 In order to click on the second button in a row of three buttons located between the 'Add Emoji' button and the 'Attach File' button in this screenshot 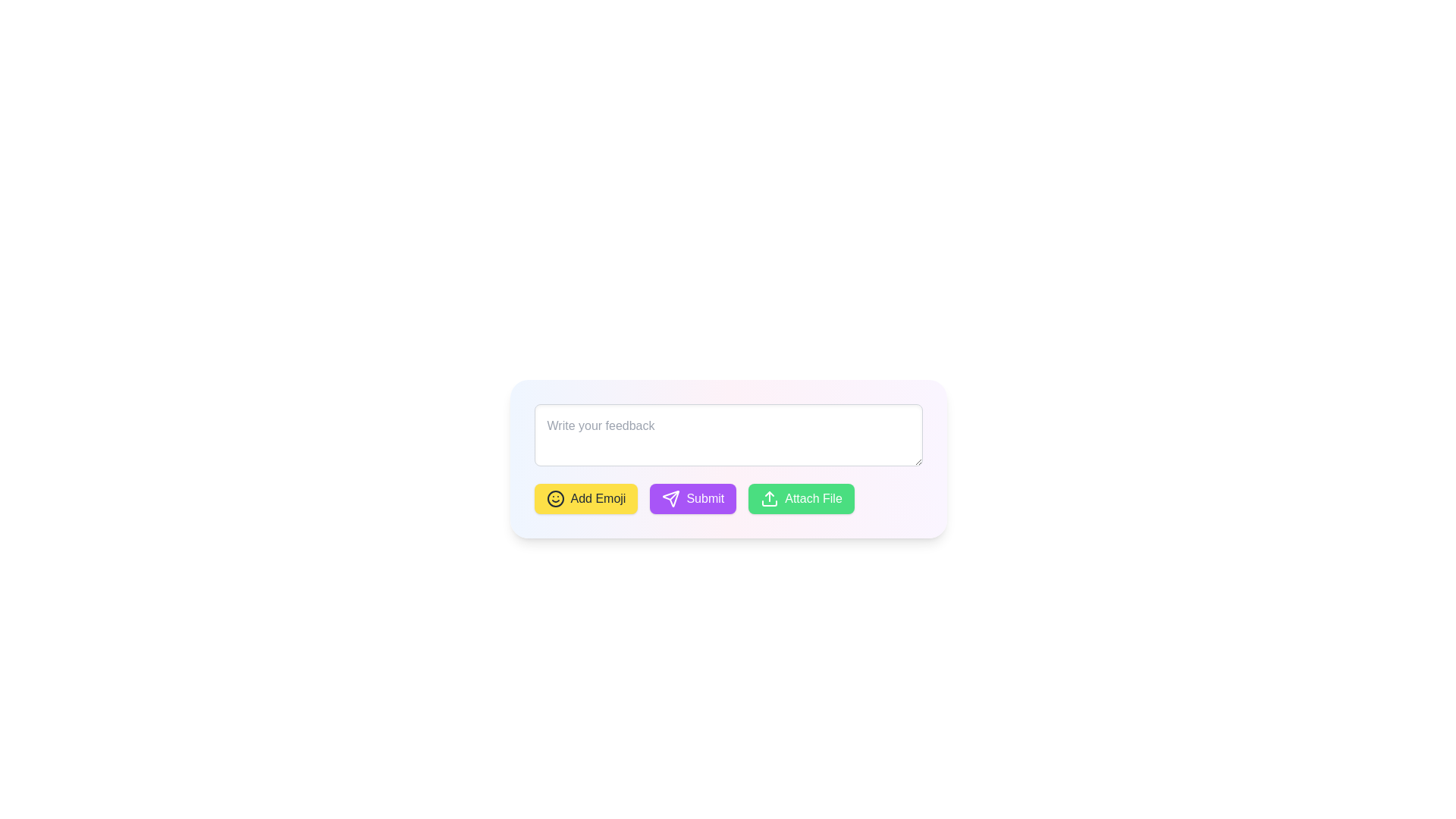, I will do `click(728, 499)`.